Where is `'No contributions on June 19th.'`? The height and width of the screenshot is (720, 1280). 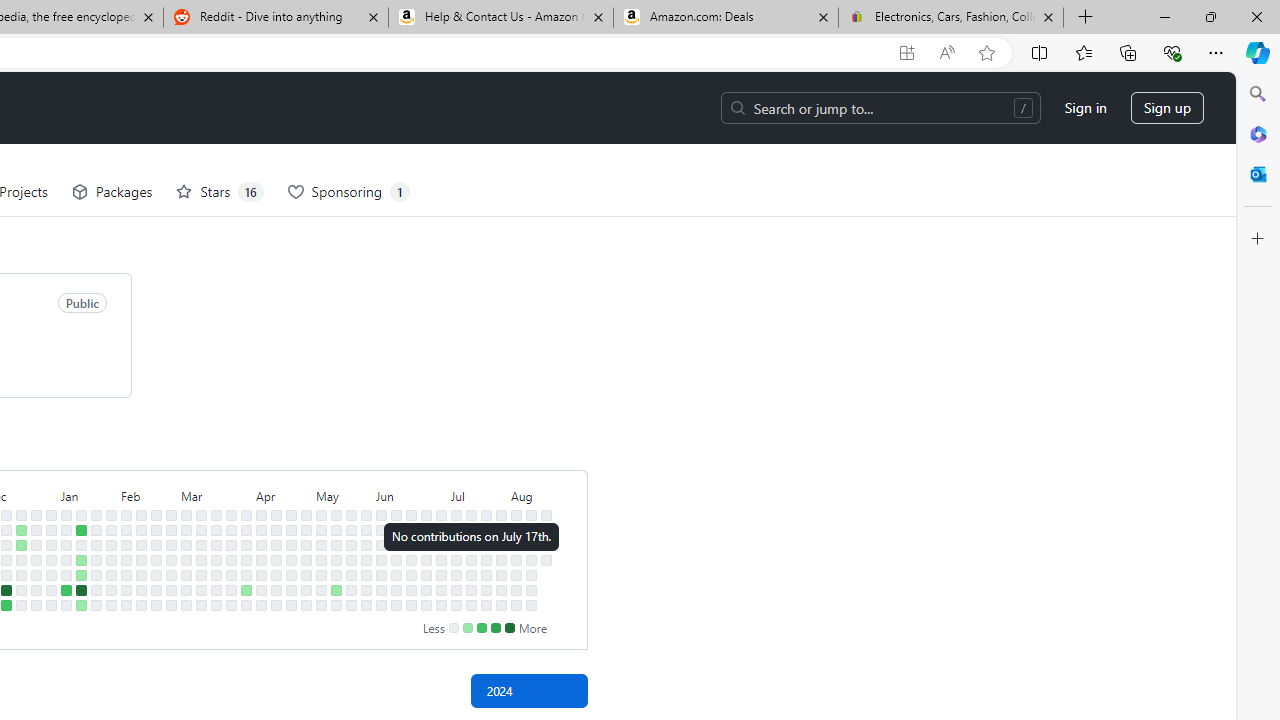
'No contributions on June 19th.' is located at coordinates (410, 559).